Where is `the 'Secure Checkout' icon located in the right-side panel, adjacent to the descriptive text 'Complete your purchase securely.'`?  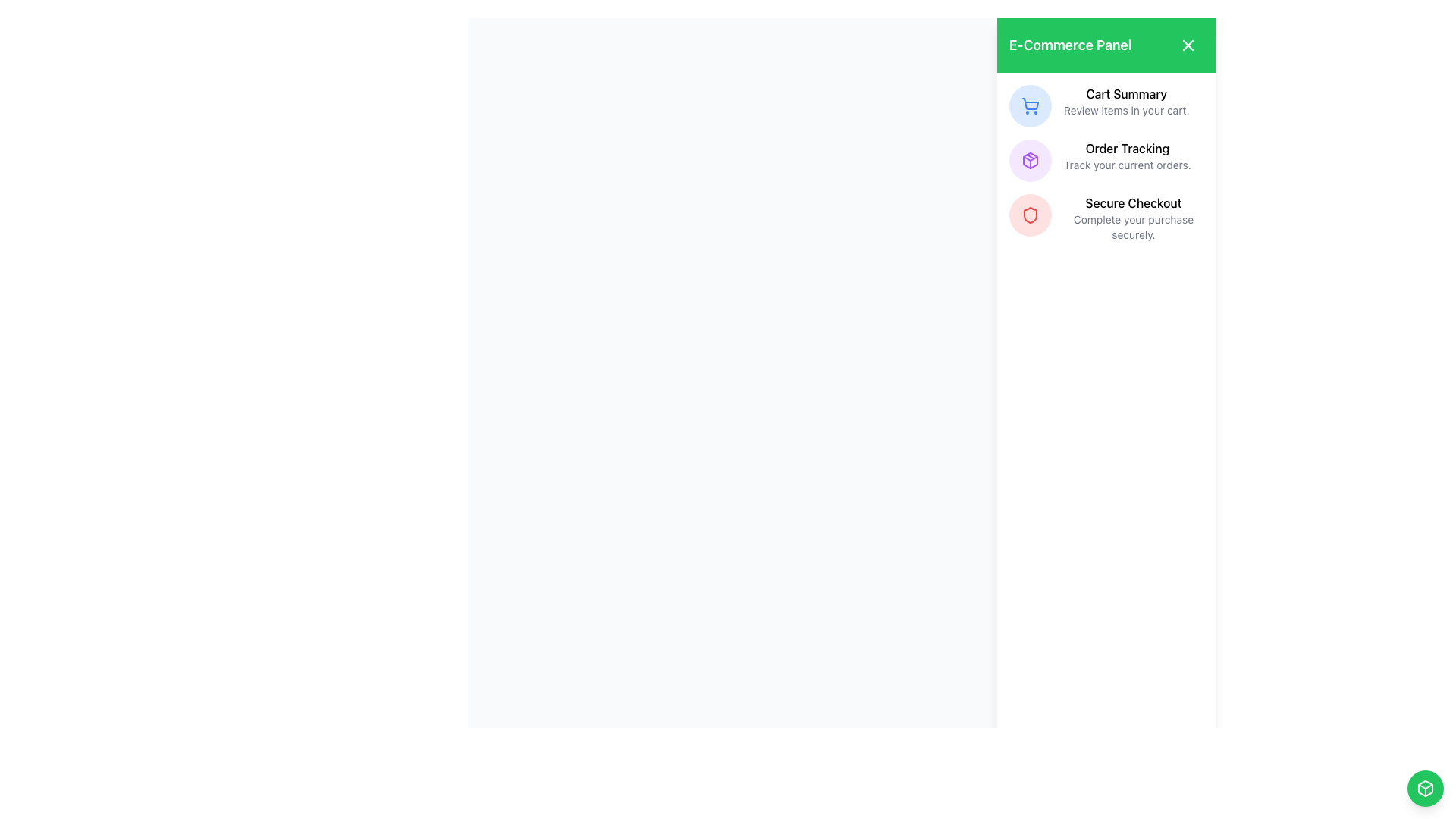
the 'Secure Checkout' icon located in the right-side panel, adjacent to the descriptive text 'Complete your purchase securely.' is located at coordinates (1030, 215).